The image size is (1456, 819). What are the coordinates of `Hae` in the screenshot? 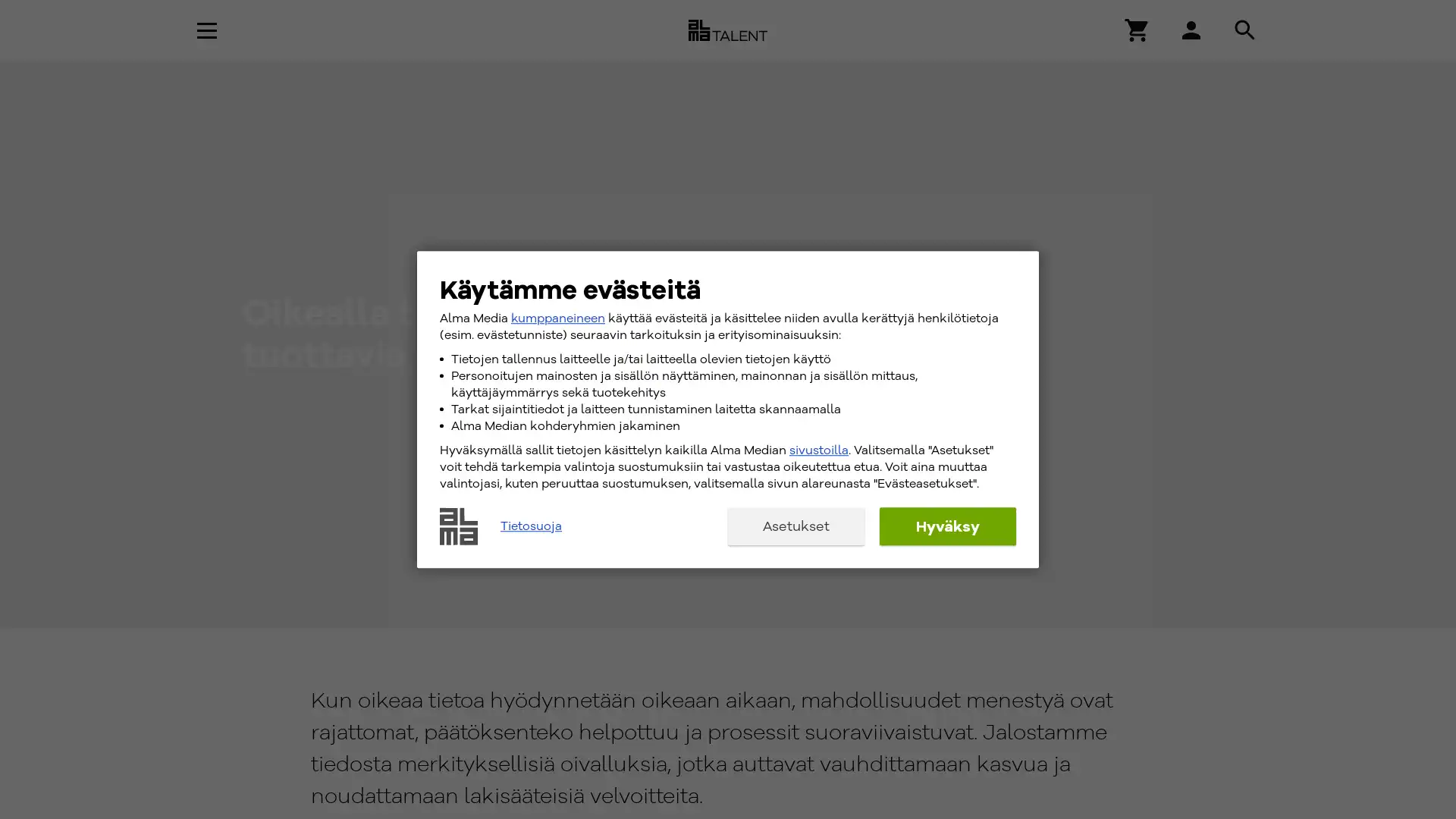 It's located at (1190, 30).